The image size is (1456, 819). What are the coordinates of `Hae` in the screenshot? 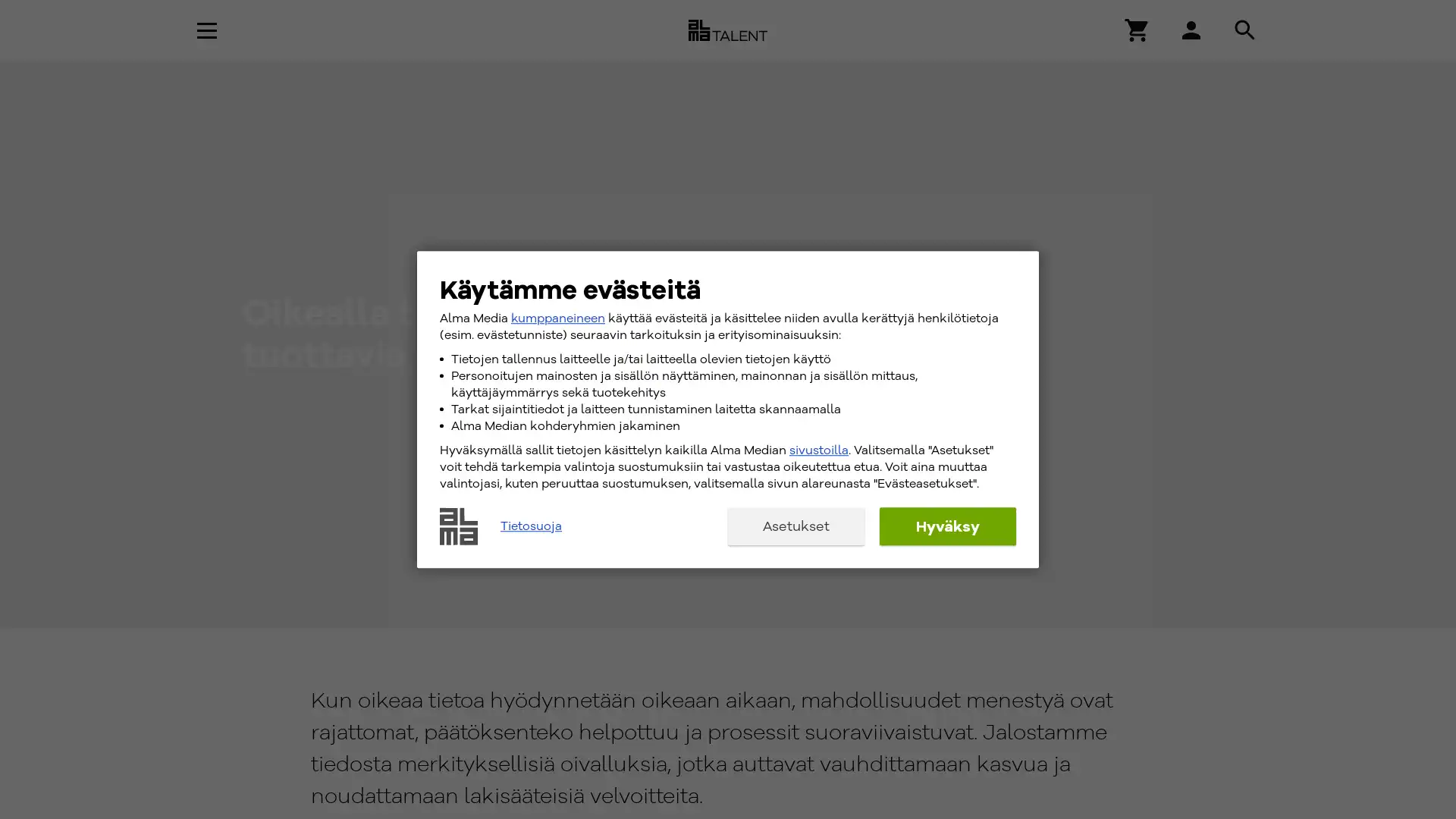 It's located at (1190, 30).